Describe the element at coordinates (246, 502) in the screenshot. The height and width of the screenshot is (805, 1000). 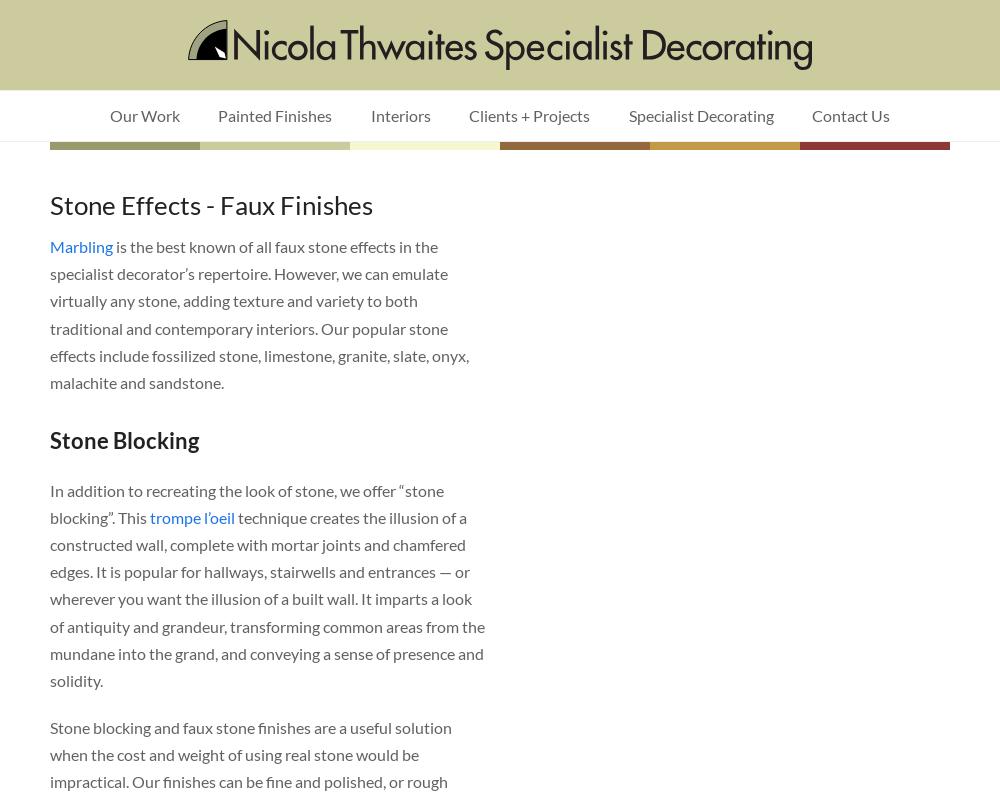
I see `'In addition to recreating the look of stone, we offer “stone blocking”. This'` at that location.